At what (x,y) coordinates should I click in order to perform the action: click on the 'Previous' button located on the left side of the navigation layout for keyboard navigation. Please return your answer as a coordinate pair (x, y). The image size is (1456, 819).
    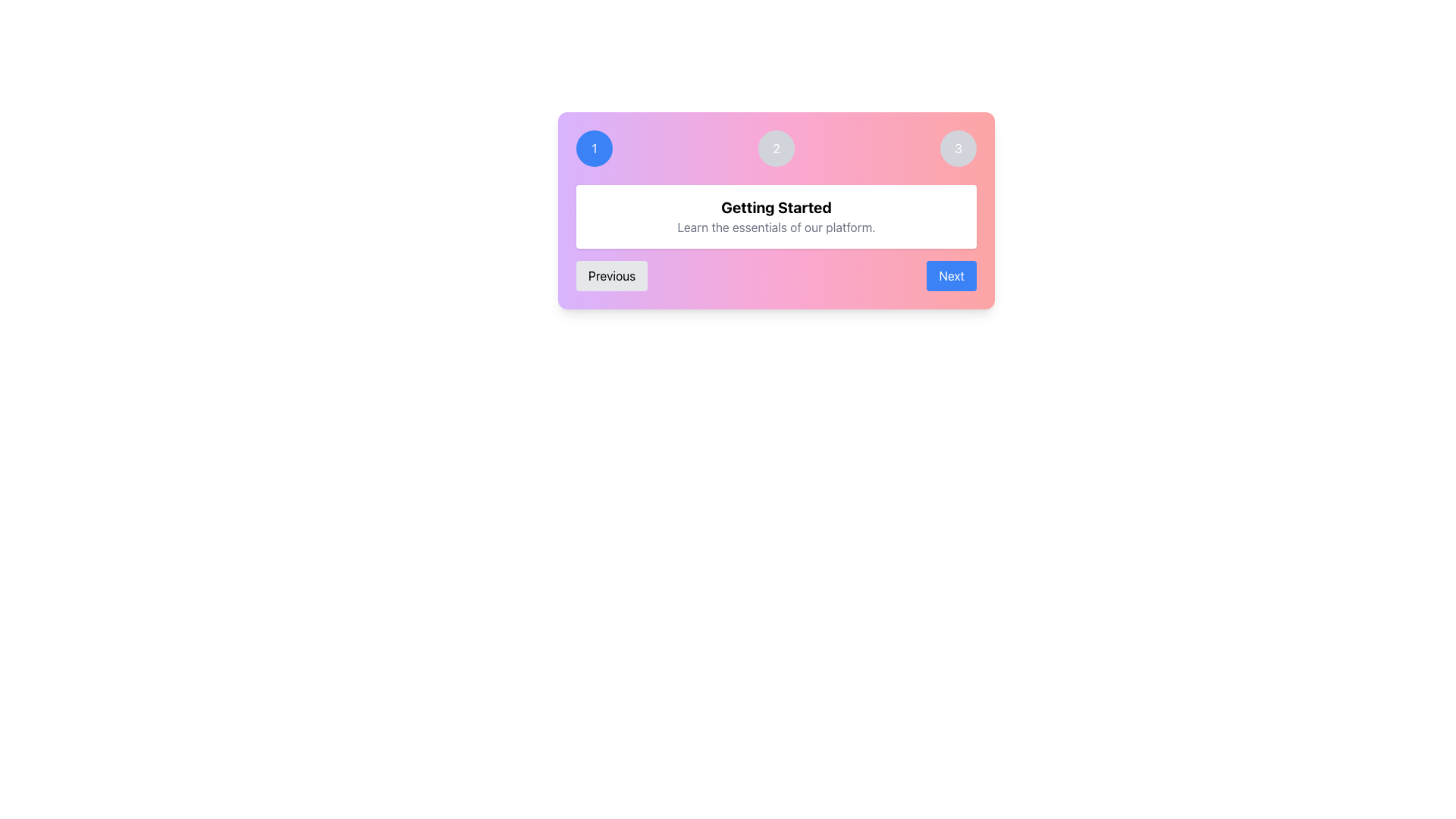
    Looking at the image, I should click on (612, 275).